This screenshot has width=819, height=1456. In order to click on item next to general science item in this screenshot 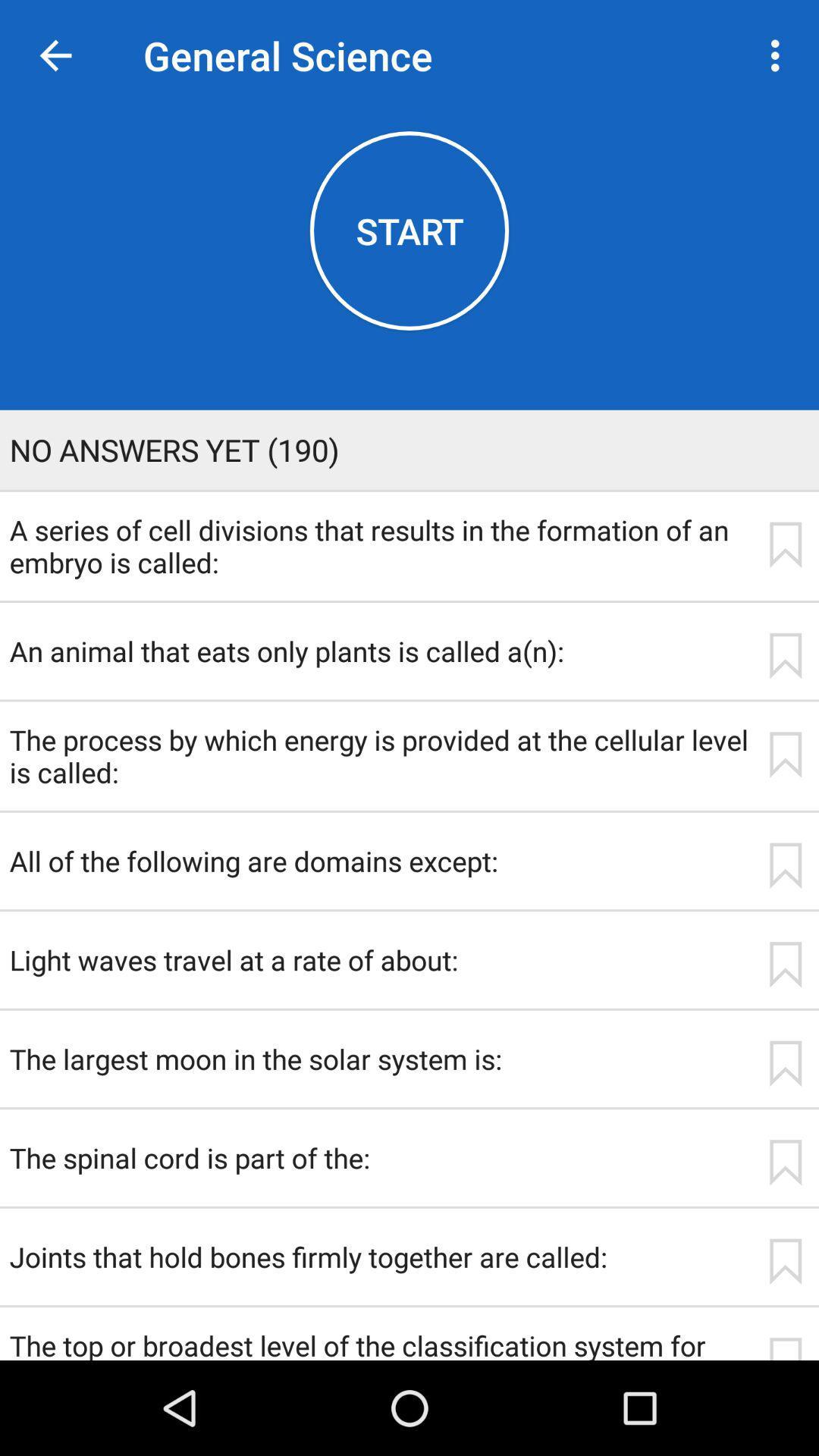, I will do `click(55, 55)`.